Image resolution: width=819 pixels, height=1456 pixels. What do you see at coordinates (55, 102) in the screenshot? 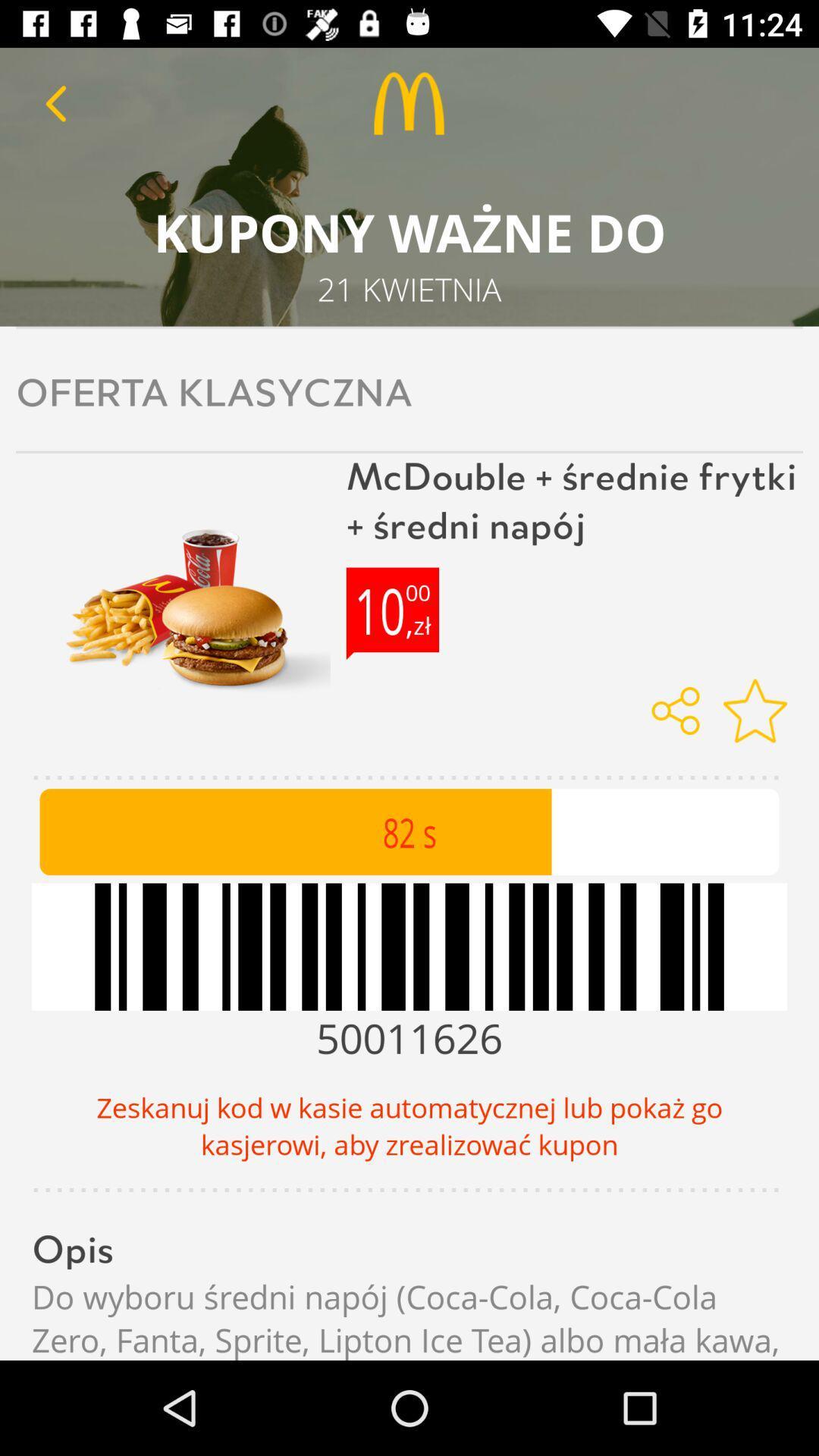
I see `type the message` at bounding box center [55, 102].